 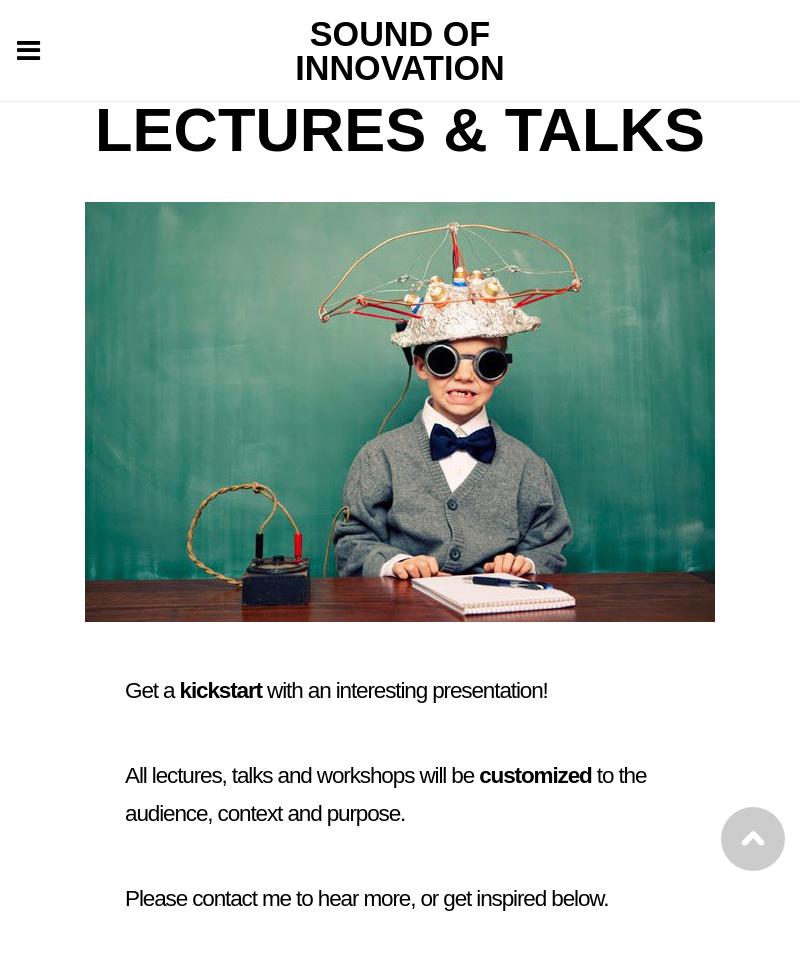 I want to click on 'Lectures & Talks', so click(x=398, y=129).